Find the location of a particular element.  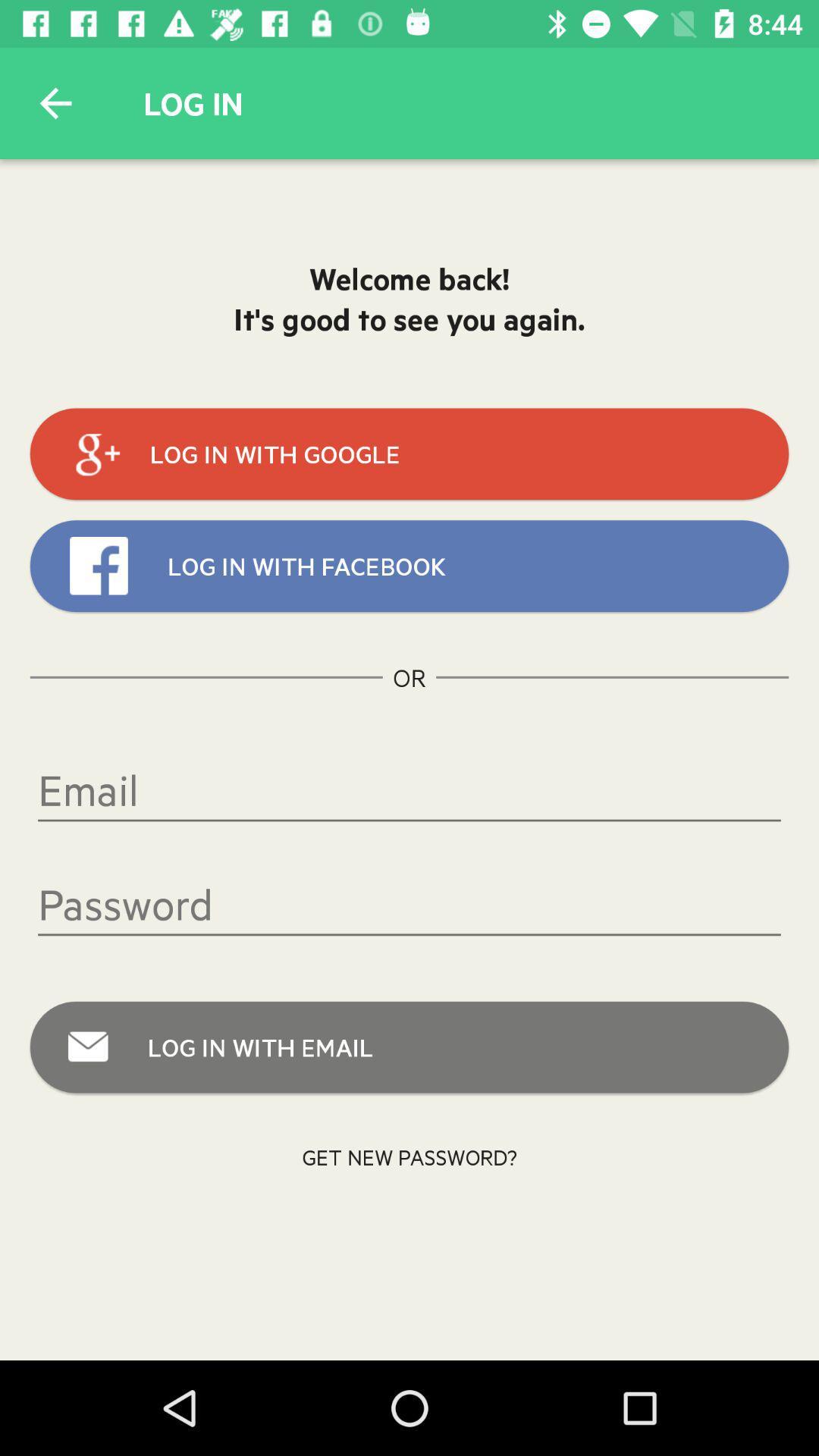

the icon below the or icon is located at coordinates (409, 789).